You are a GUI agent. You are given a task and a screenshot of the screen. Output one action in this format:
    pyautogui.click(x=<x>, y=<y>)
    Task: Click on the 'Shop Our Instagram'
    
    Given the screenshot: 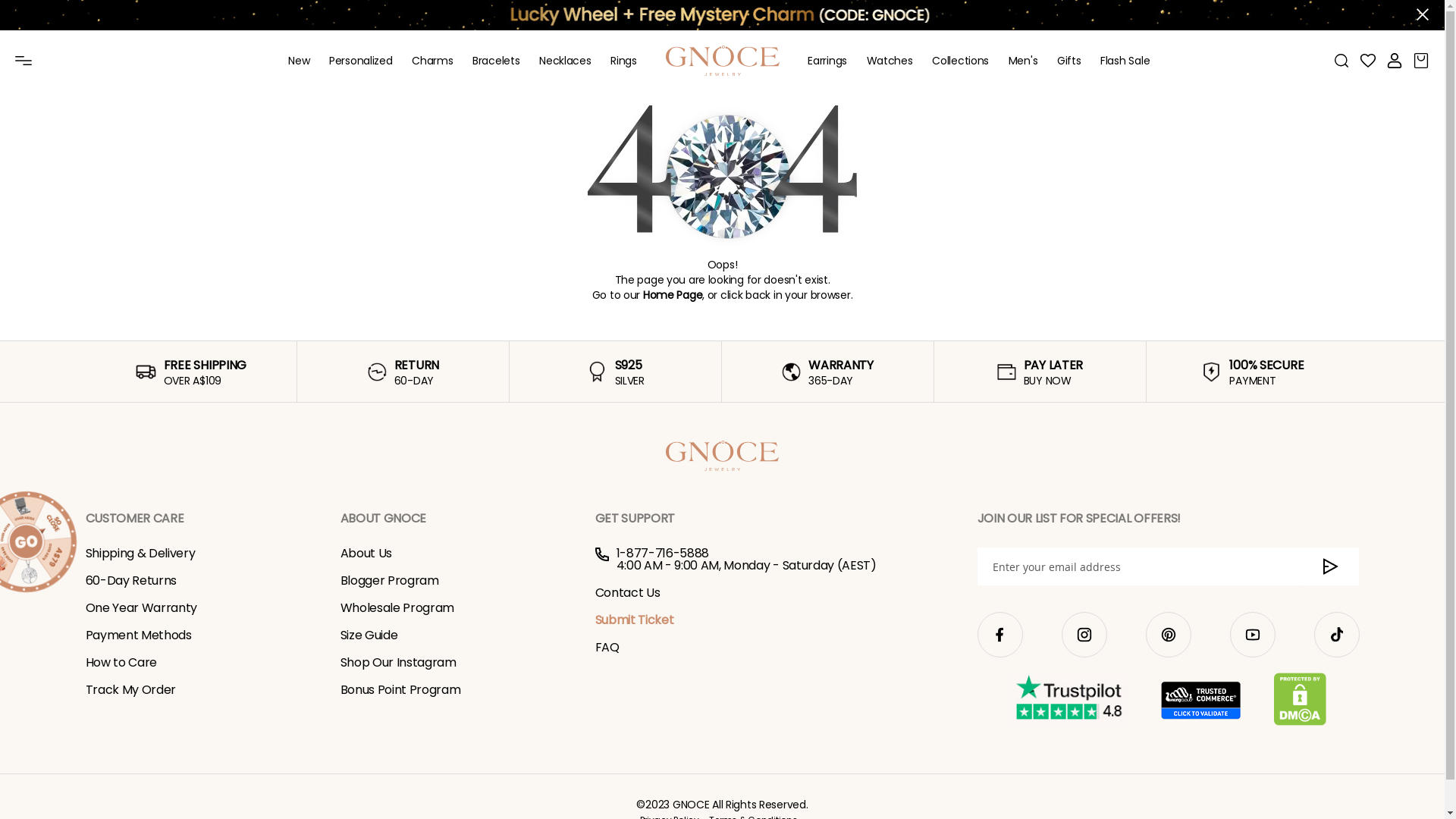 What is the action you would take?
    pyautogui.click(x=338, y=661)
    